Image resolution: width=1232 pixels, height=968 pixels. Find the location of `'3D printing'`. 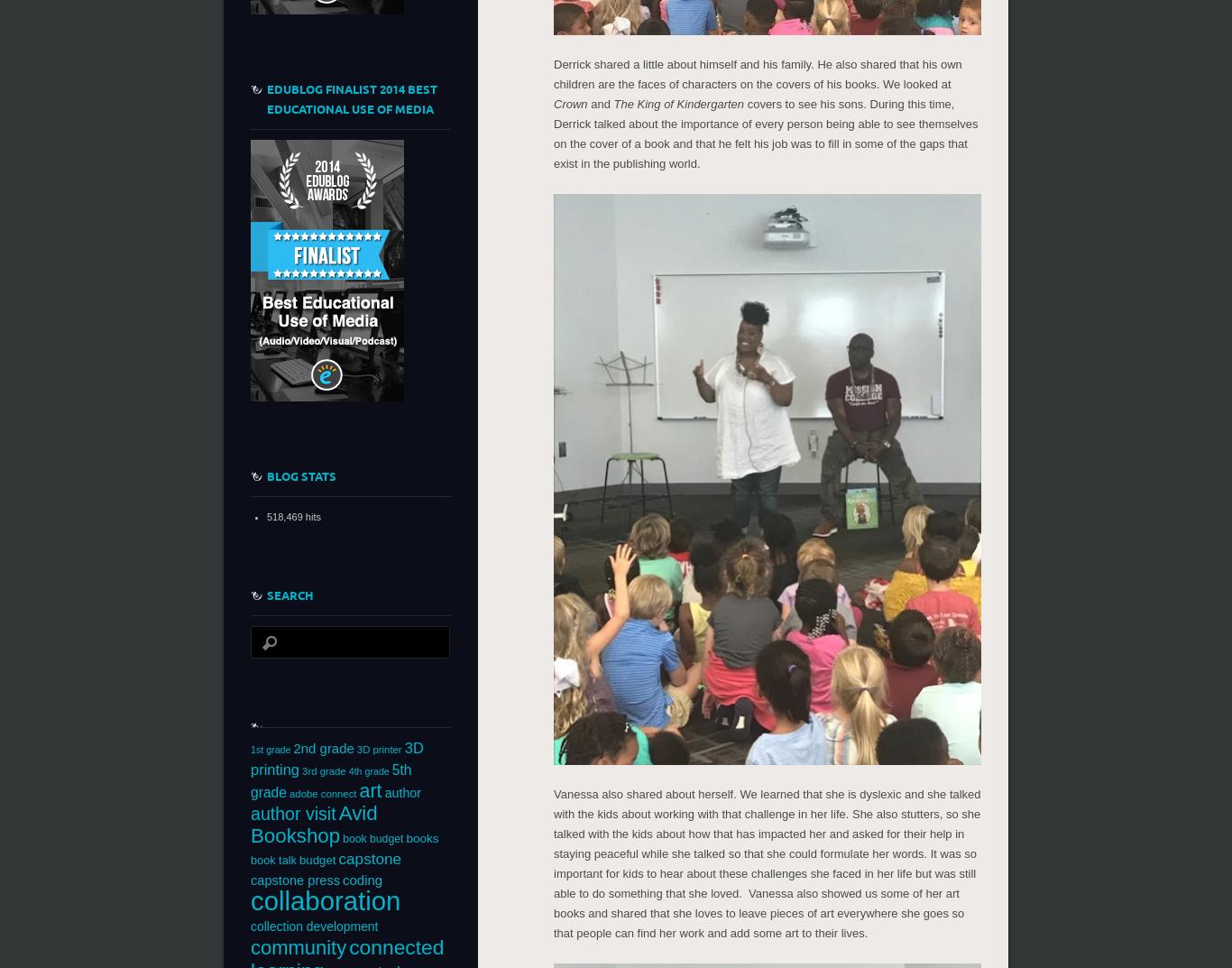

'3D printing' is located at coordinates (336, 758).